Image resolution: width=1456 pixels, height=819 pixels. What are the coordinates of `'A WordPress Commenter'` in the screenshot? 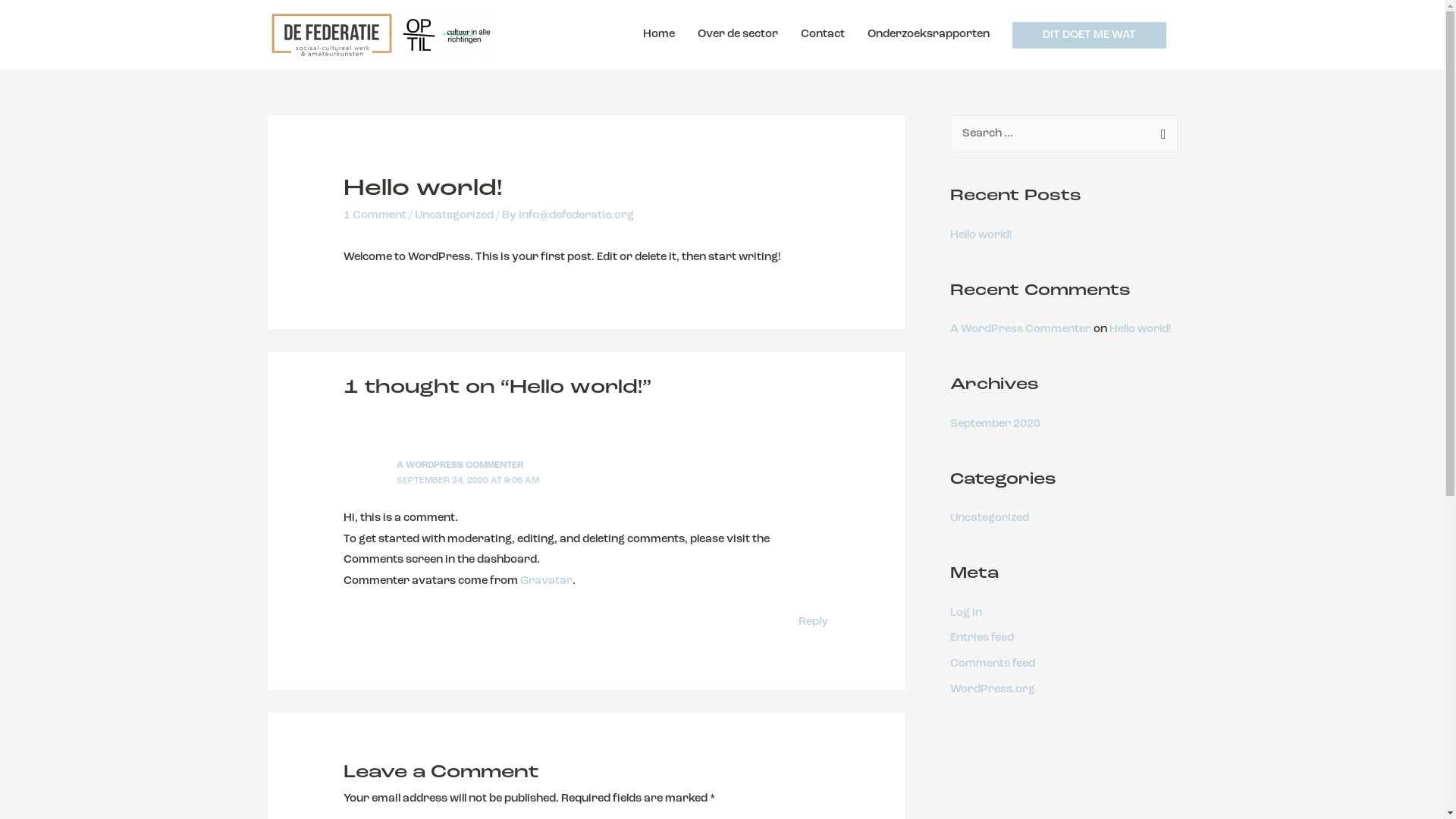 It's located at (1019, 328).